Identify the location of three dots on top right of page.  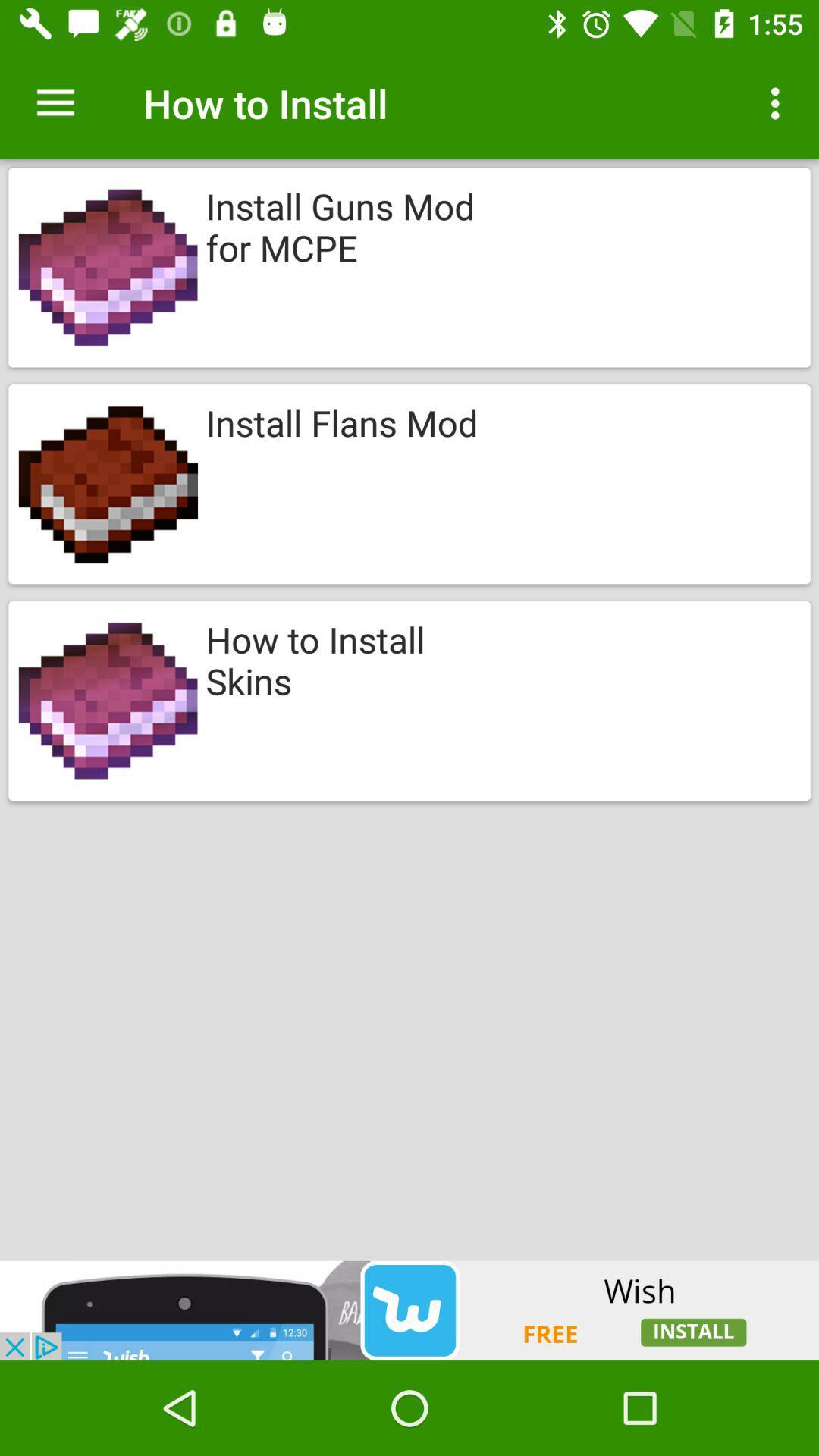
(779, 103).